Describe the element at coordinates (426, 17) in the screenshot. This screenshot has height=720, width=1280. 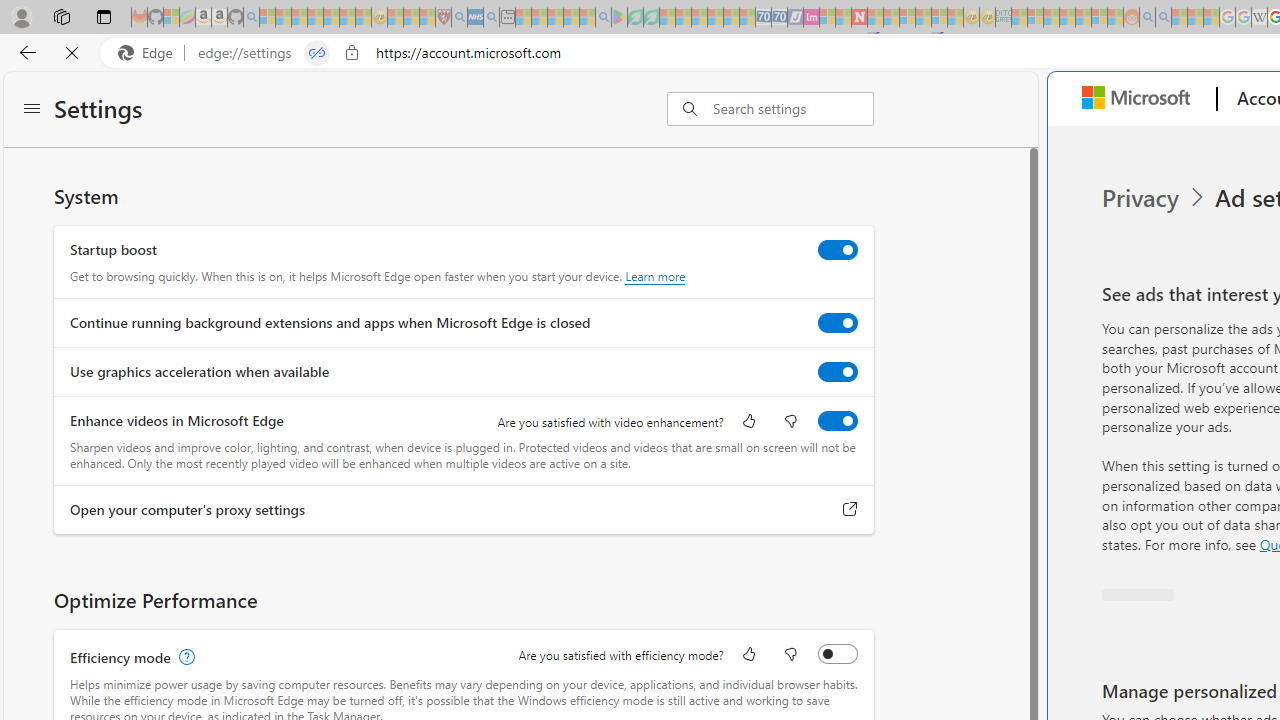
I see `'Local - MSN - Sleeping'` at that location.